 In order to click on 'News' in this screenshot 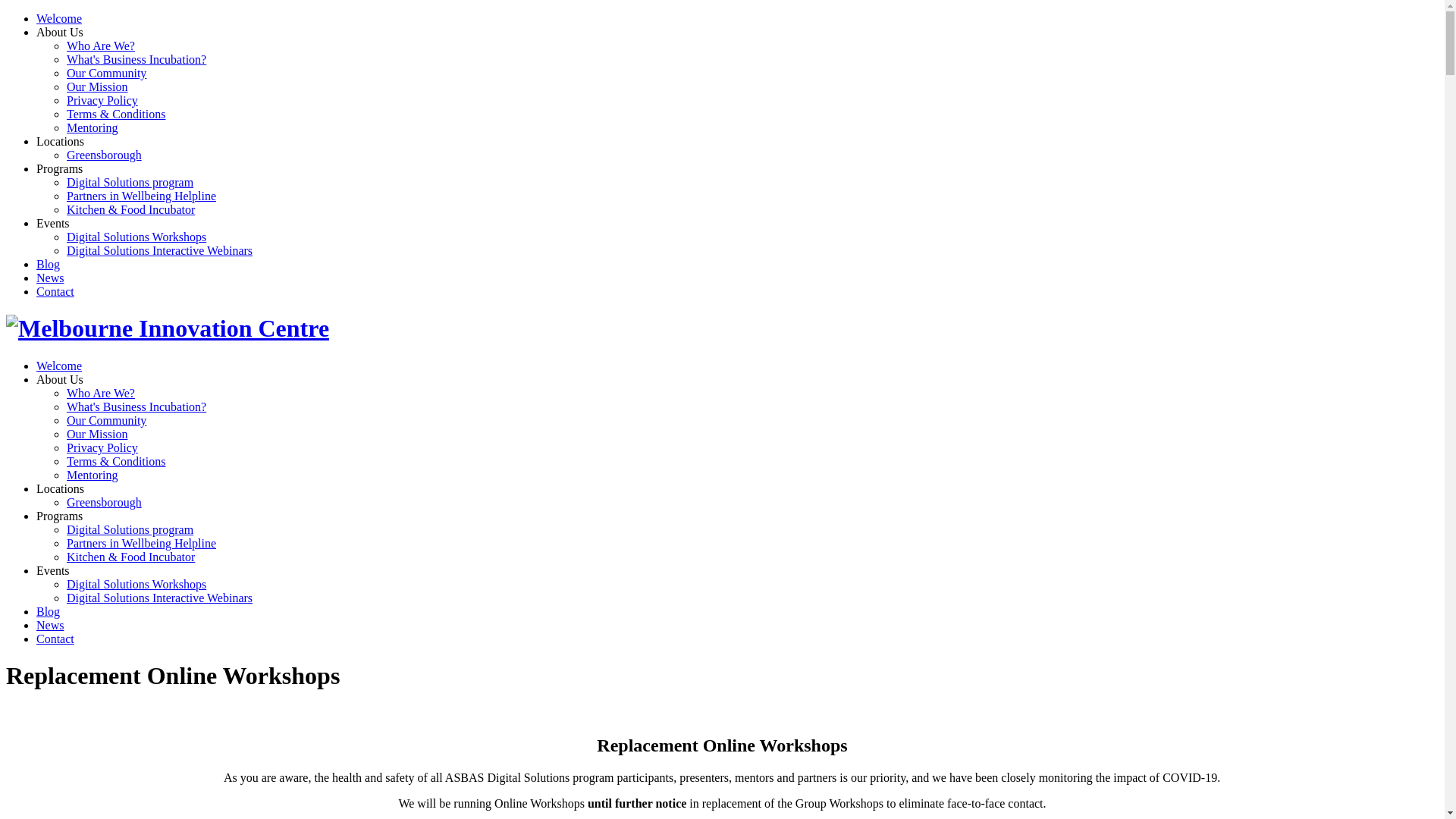, I will do `click(50, 278)`.